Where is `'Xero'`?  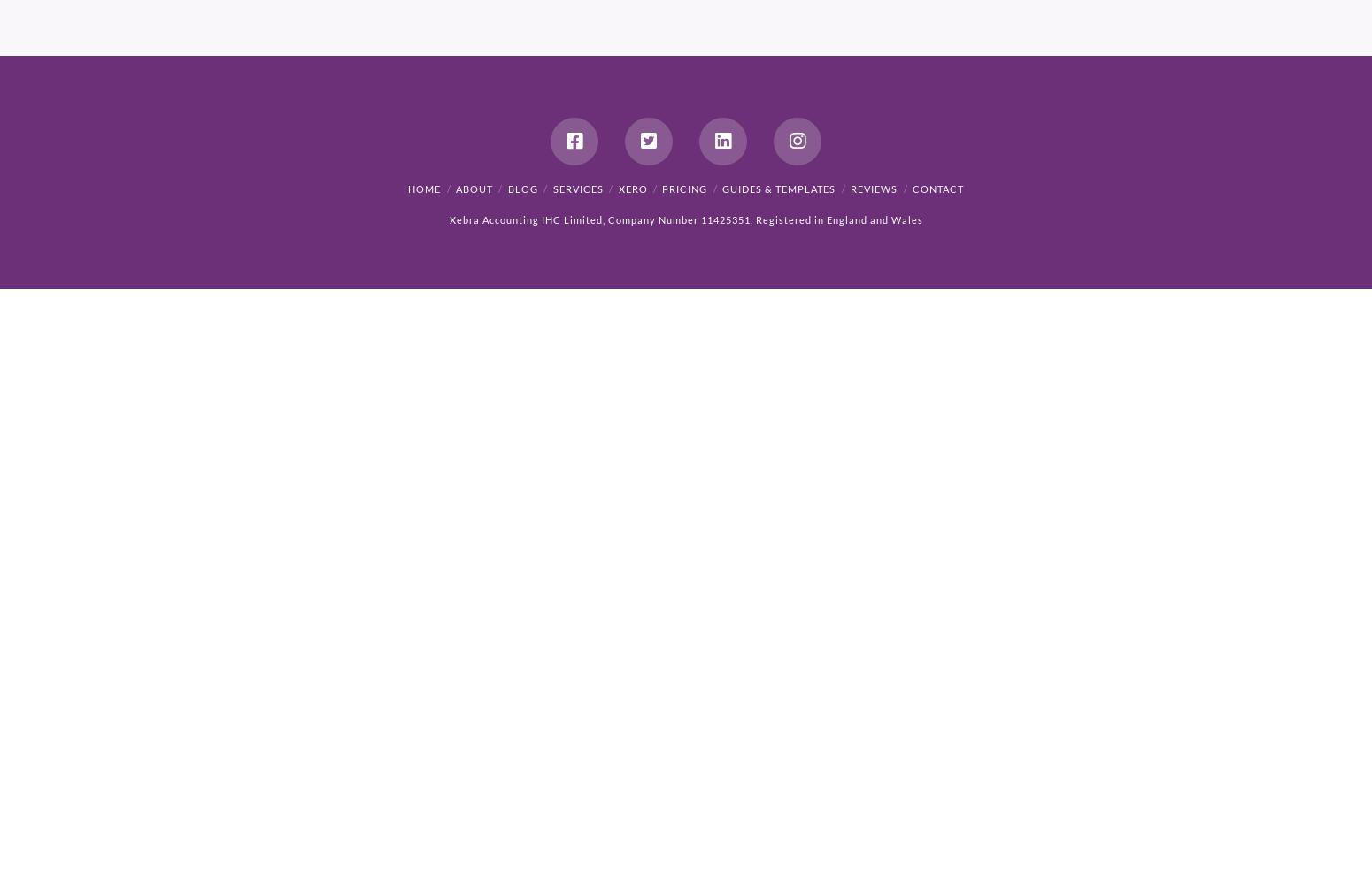
'Xero' is located at coordinates (632, 188).